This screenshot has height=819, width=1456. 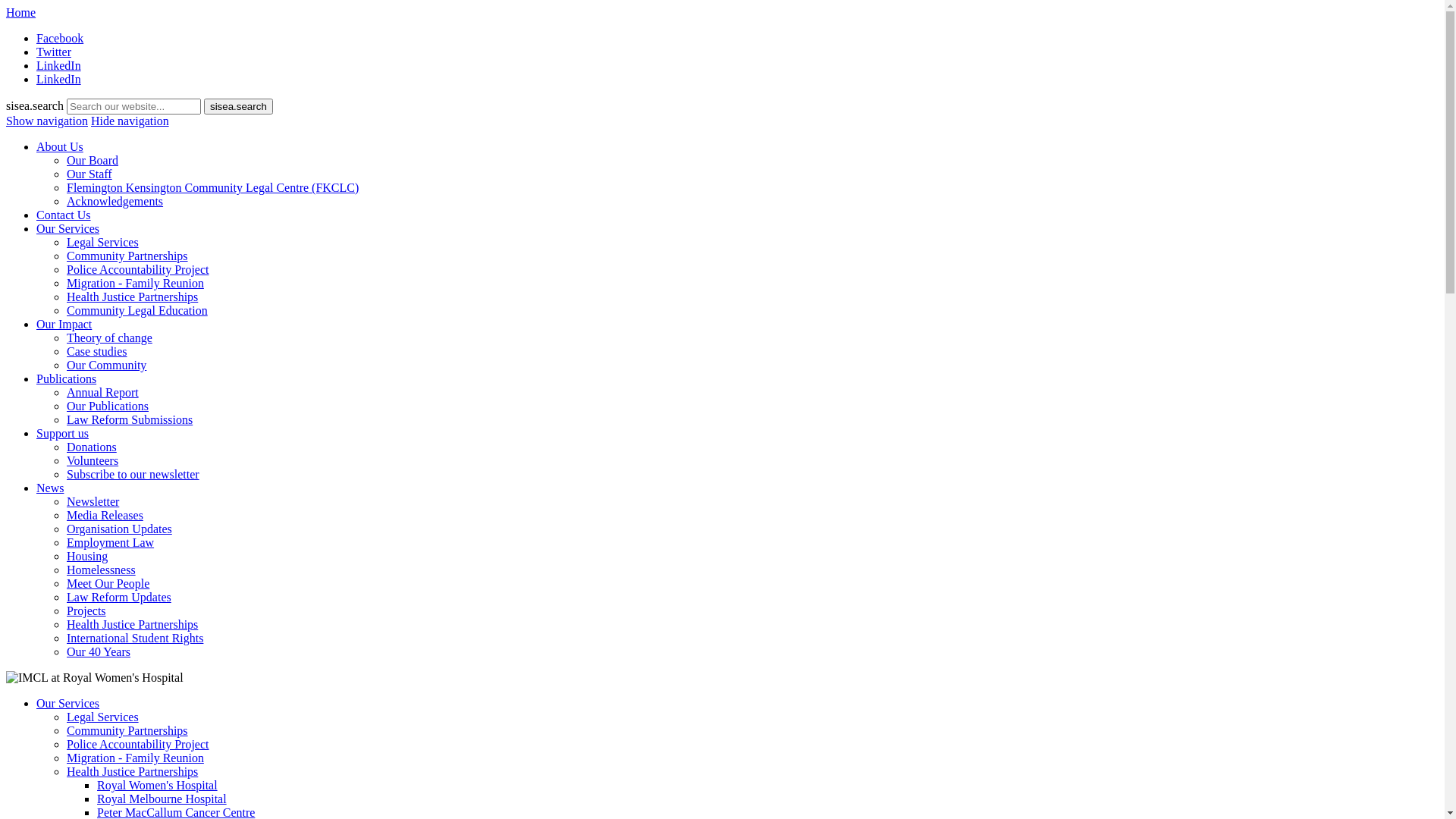 I want to click on 'Royal Women's Hospital', so click(x=157, y=785).